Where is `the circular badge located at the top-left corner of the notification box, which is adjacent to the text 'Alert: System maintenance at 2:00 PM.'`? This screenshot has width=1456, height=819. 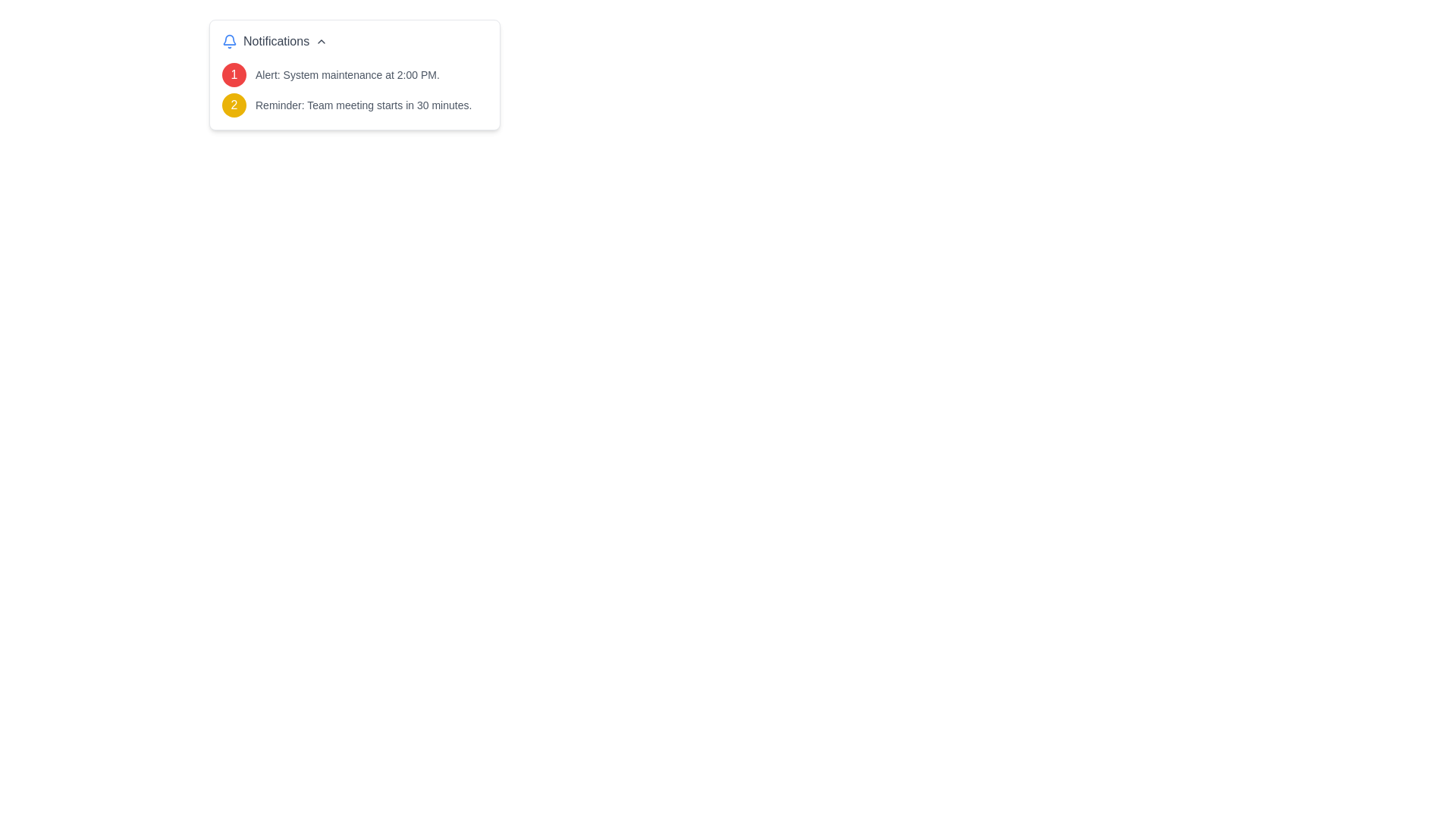 the circular badge located at the top-left corner of the notification box, which is adjacent to the text 'Alert: System maintenance at 2:00 PM.' is located at coordinates (233, 75).